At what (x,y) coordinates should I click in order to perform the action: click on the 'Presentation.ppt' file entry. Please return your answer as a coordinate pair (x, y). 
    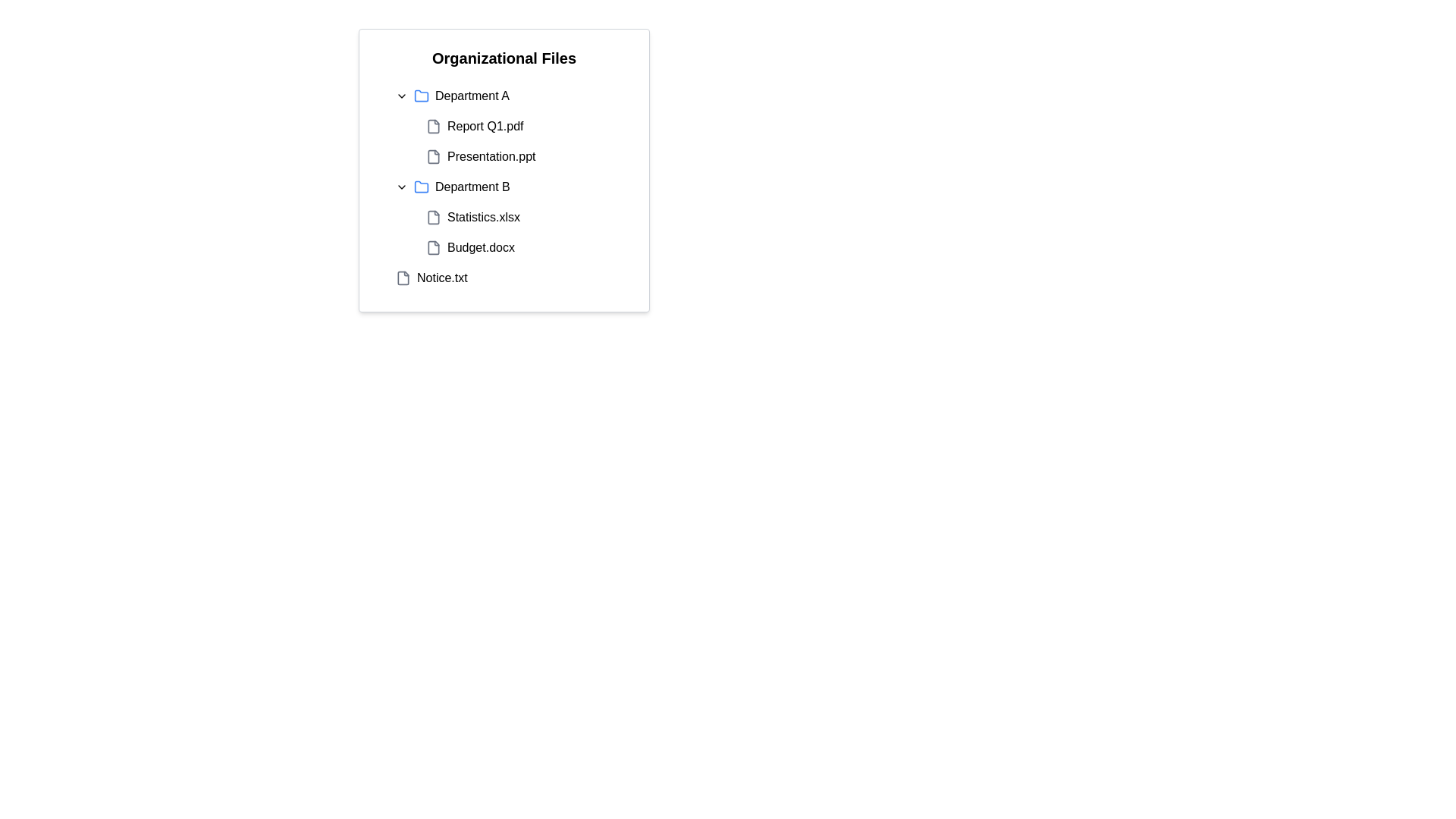
    Looking at the image, I should click on (480, 157).